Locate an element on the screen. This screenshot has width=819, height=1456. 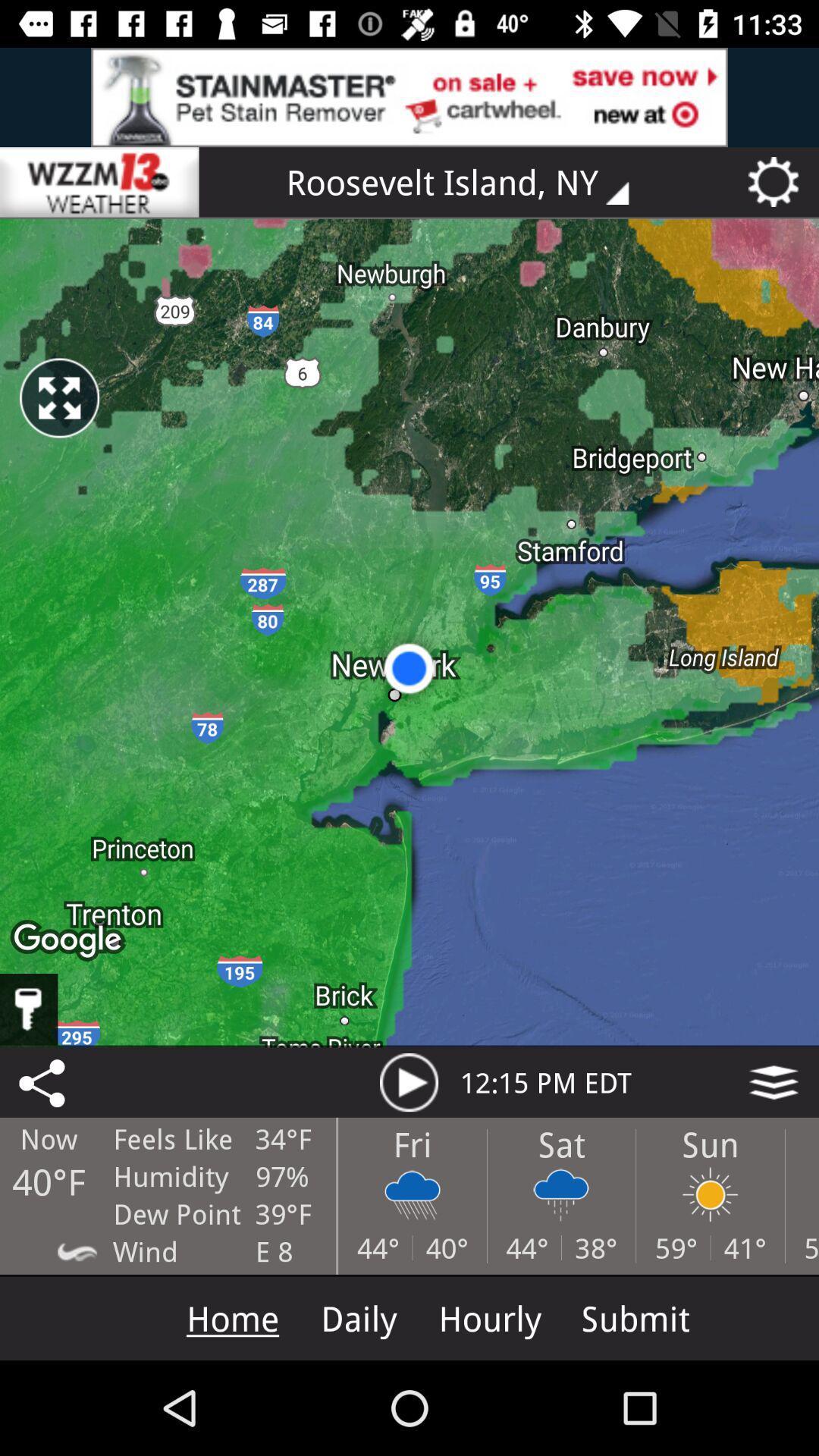
the share icon is located at coordinates (44, 1081).